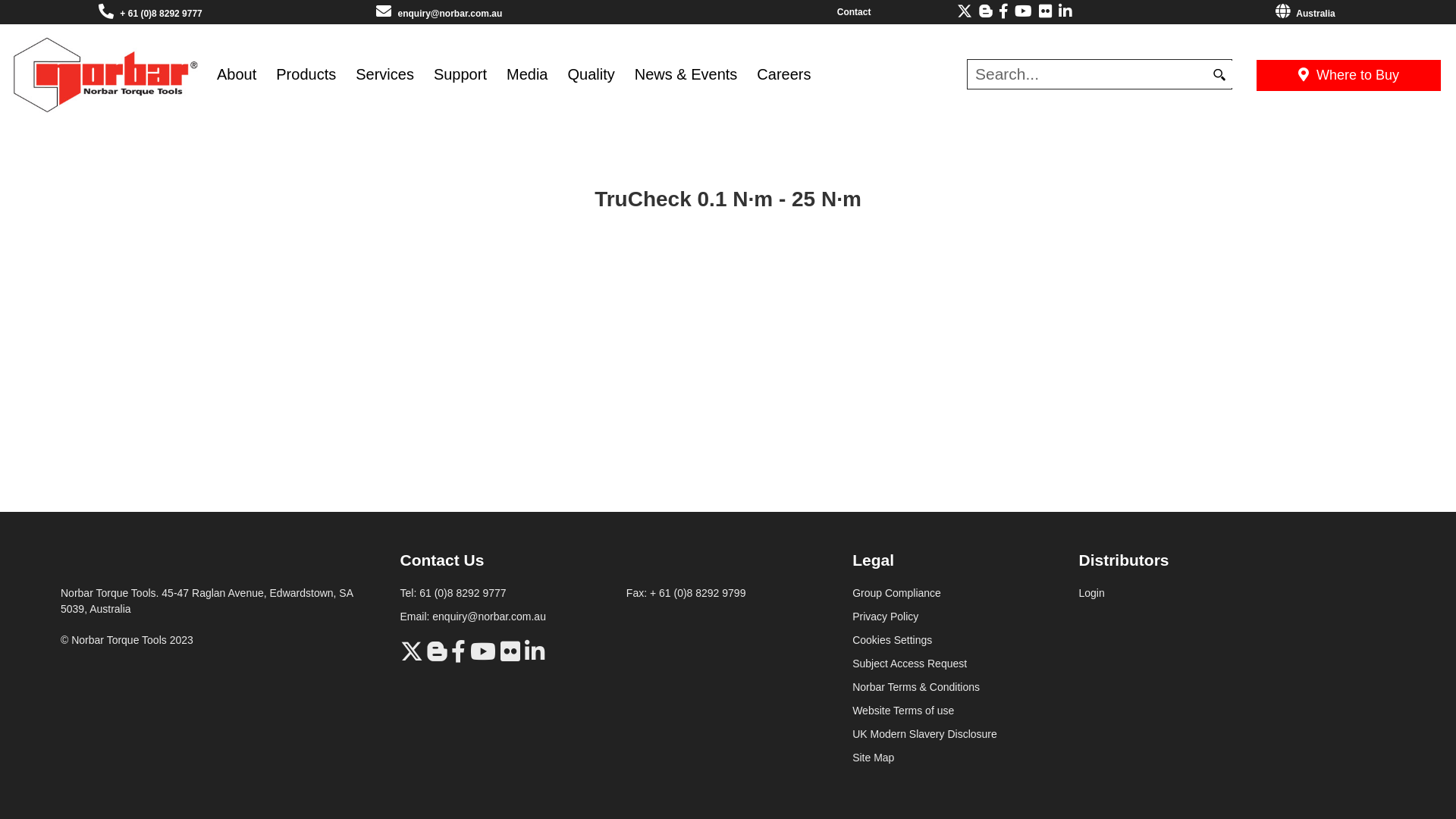 This screenshot has height=819, width=1456. Describe the element at coordinates (854, 11) in the screenshot. I see `'Contact'` at that location.